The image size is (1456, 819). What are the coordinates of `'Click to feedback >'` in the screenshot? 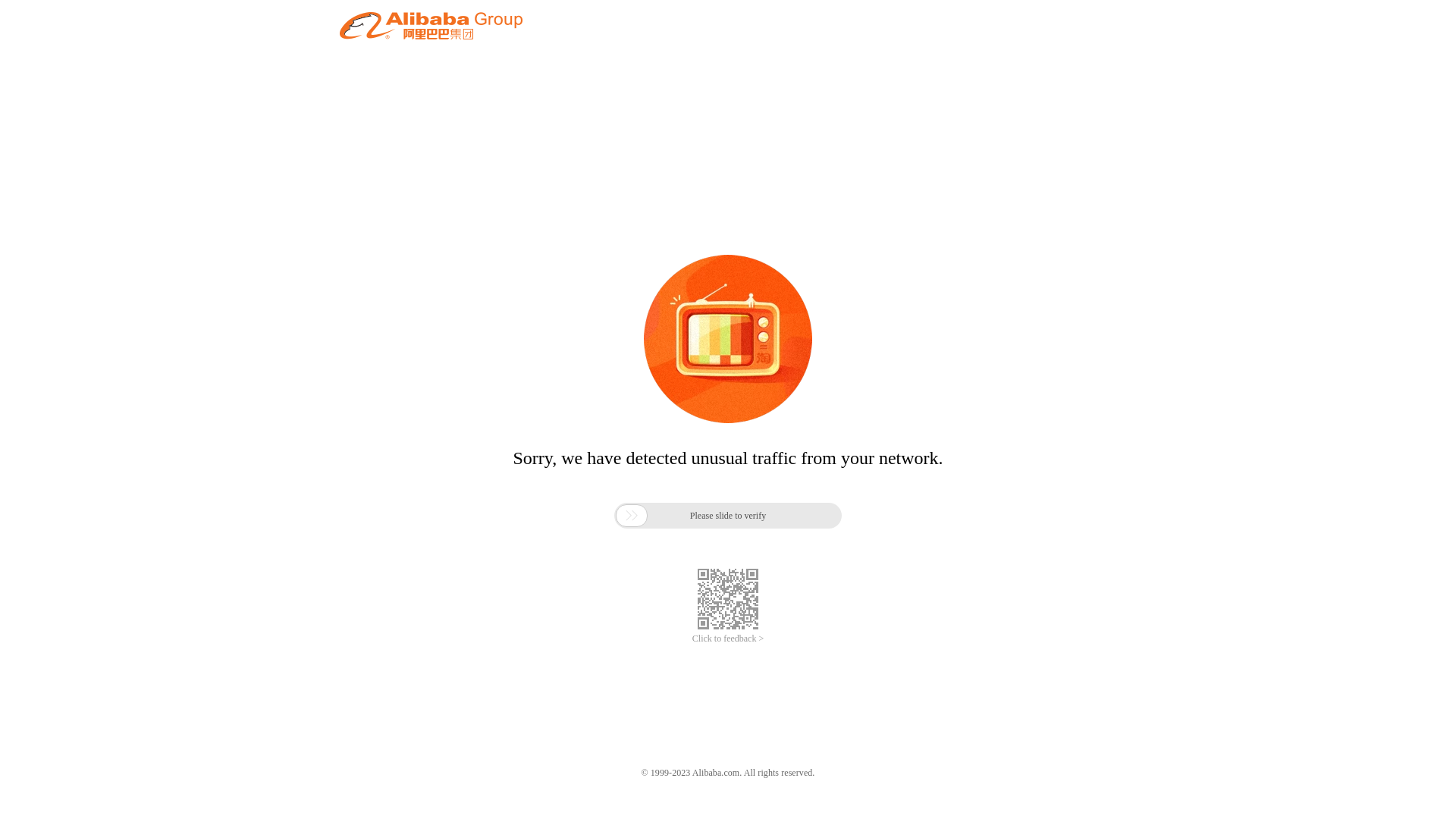 It's located at (728, 639).